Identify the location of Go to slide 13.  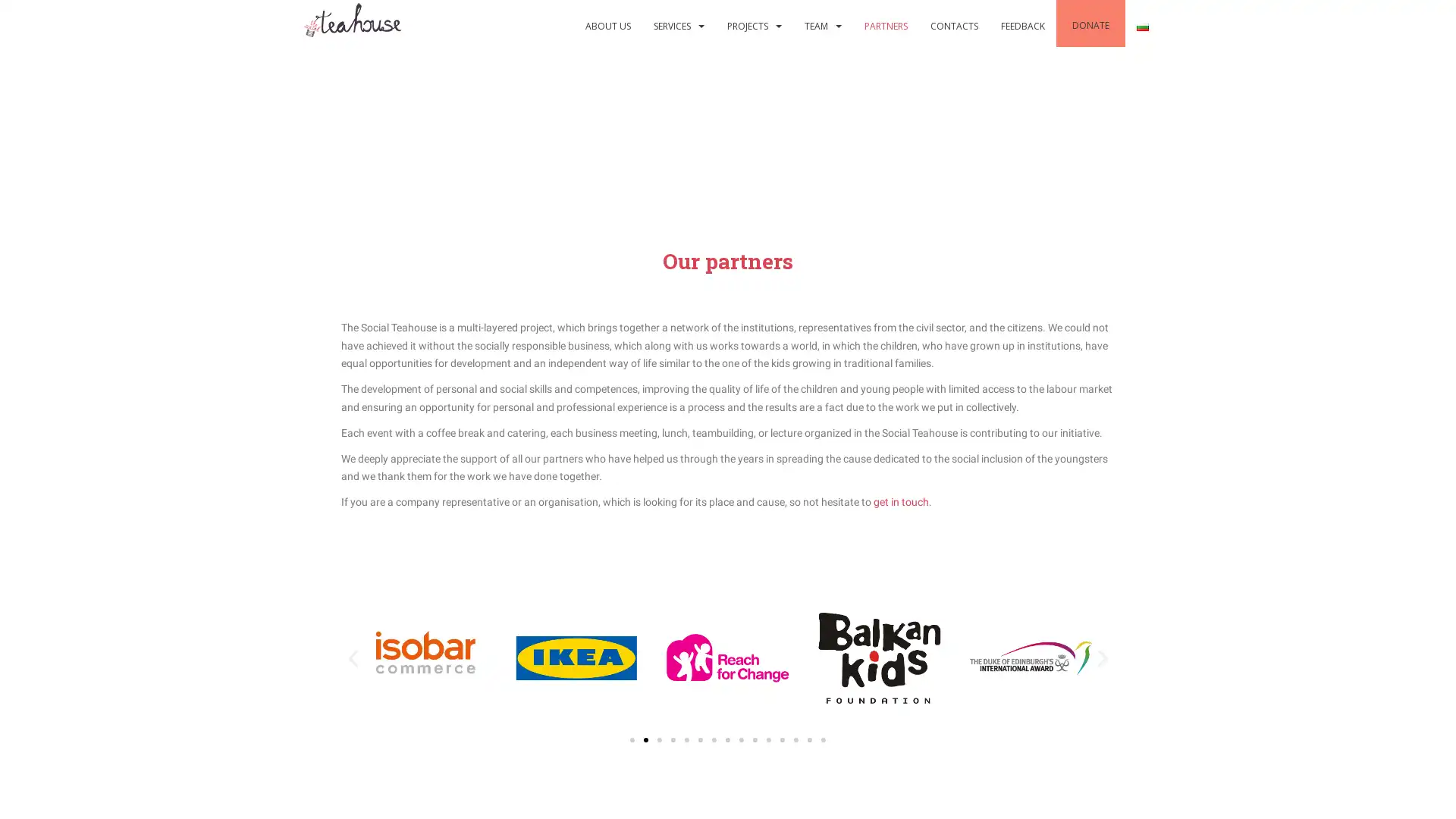
(795, 739).